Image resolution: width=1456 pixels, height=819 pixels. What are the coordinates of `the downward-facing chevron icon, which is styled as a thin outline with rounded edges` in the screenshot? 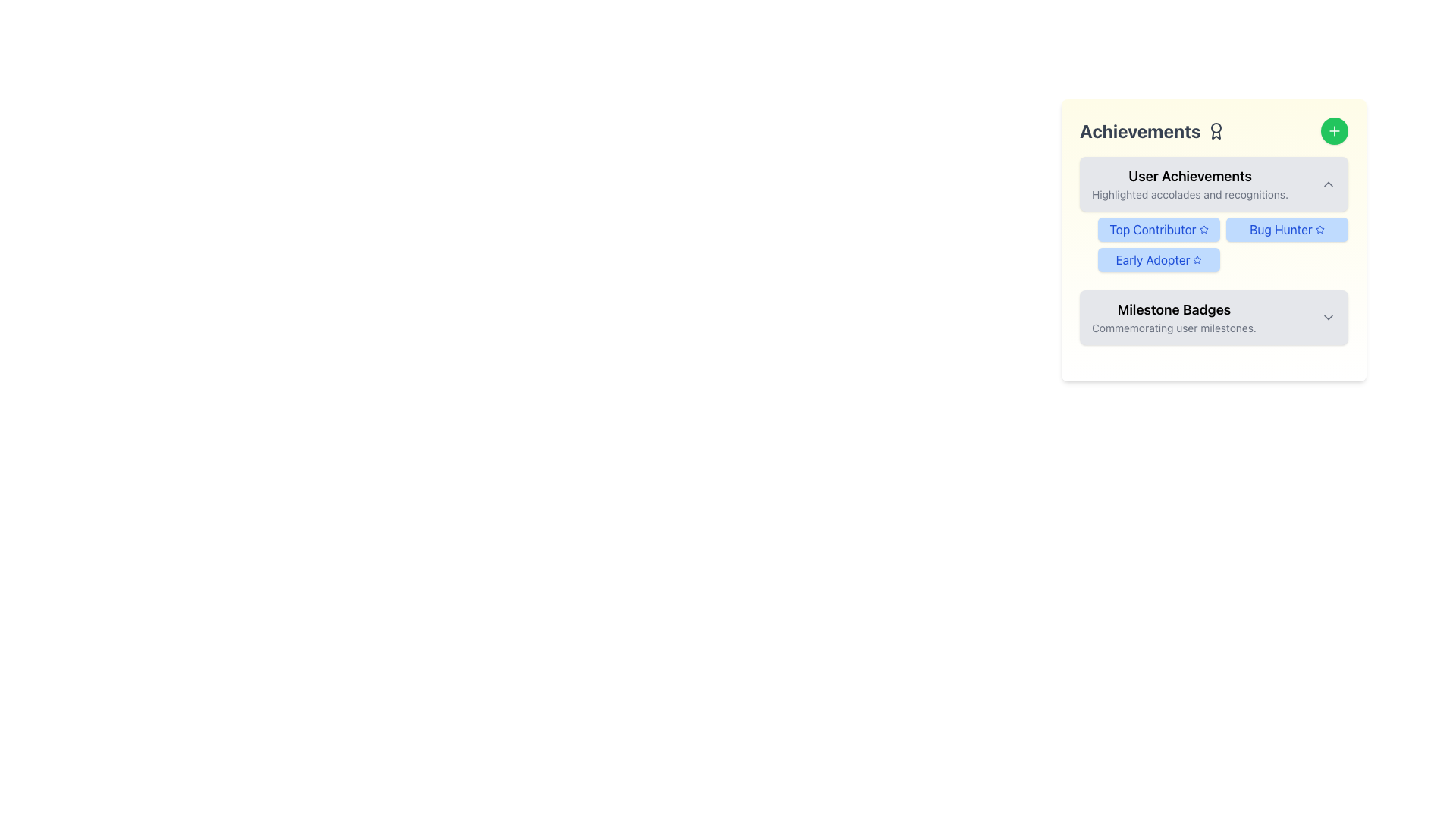 It's located at (1328, 317).